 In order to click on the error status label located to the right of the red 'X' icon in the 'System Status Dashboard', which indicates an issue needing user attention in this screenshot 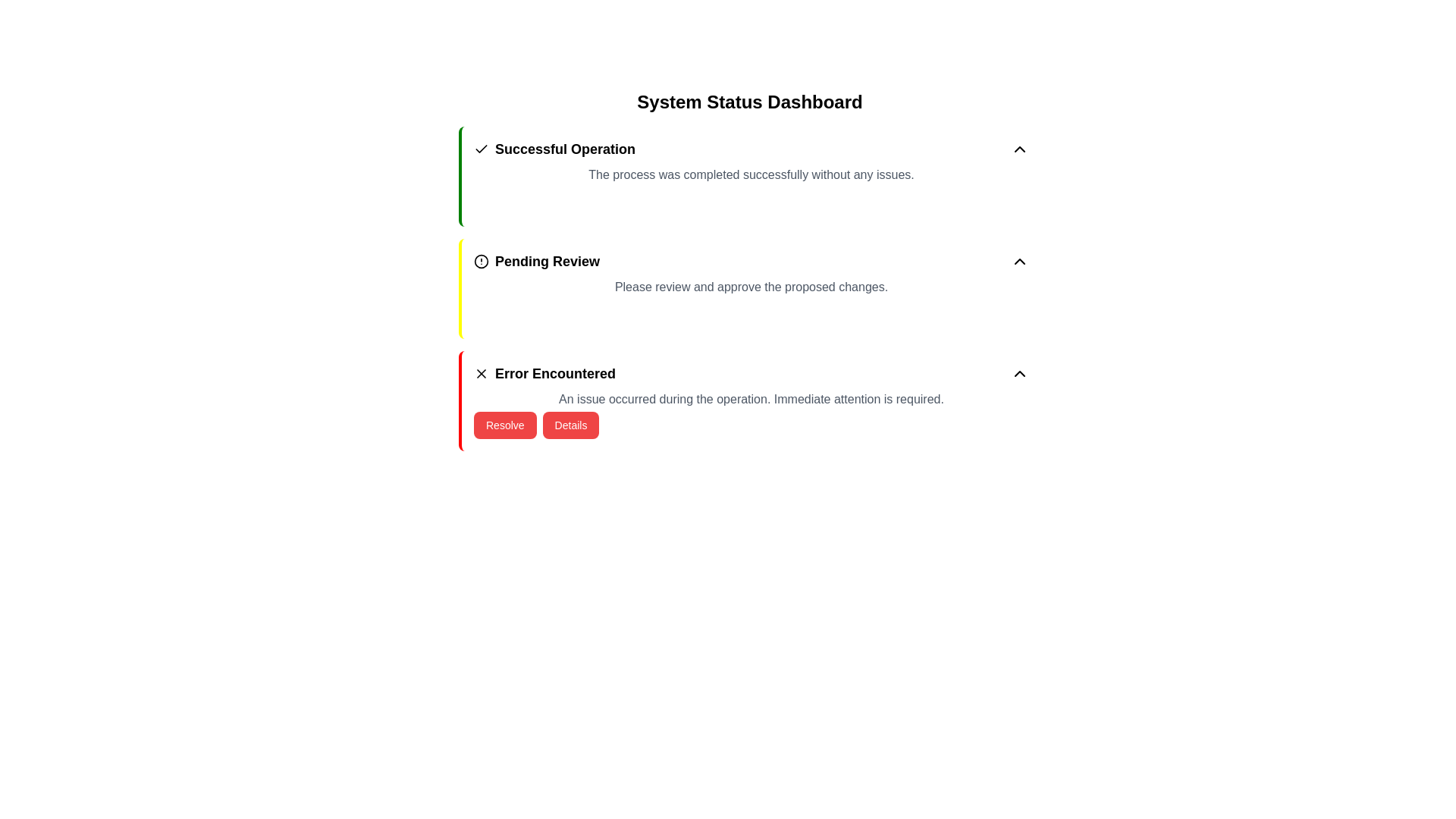, I will do `click(554, 374)`.